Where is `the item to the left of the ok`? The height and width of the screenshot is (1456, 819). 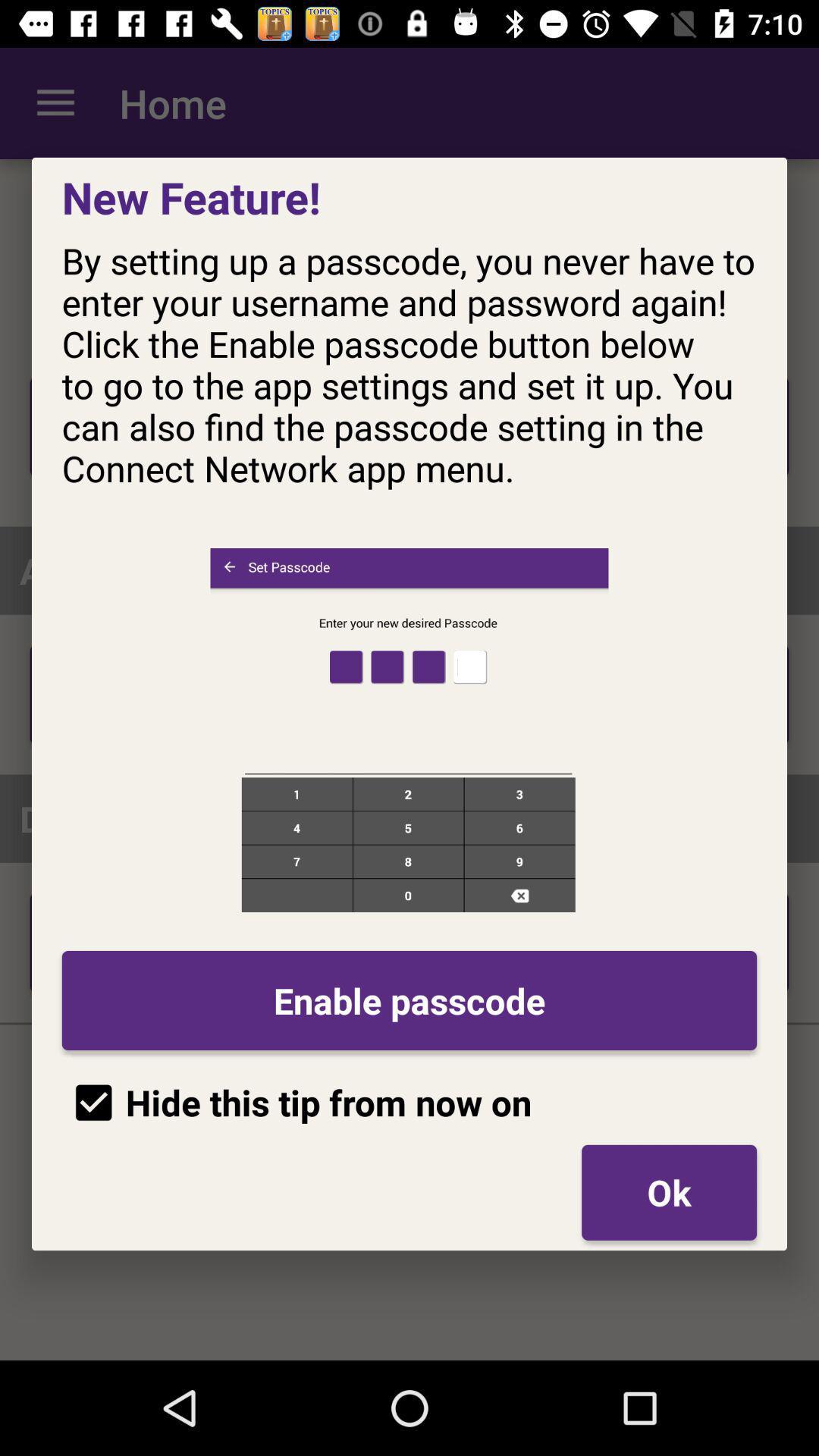
the item to the left of the ok is located at coordinates (297, 1103).